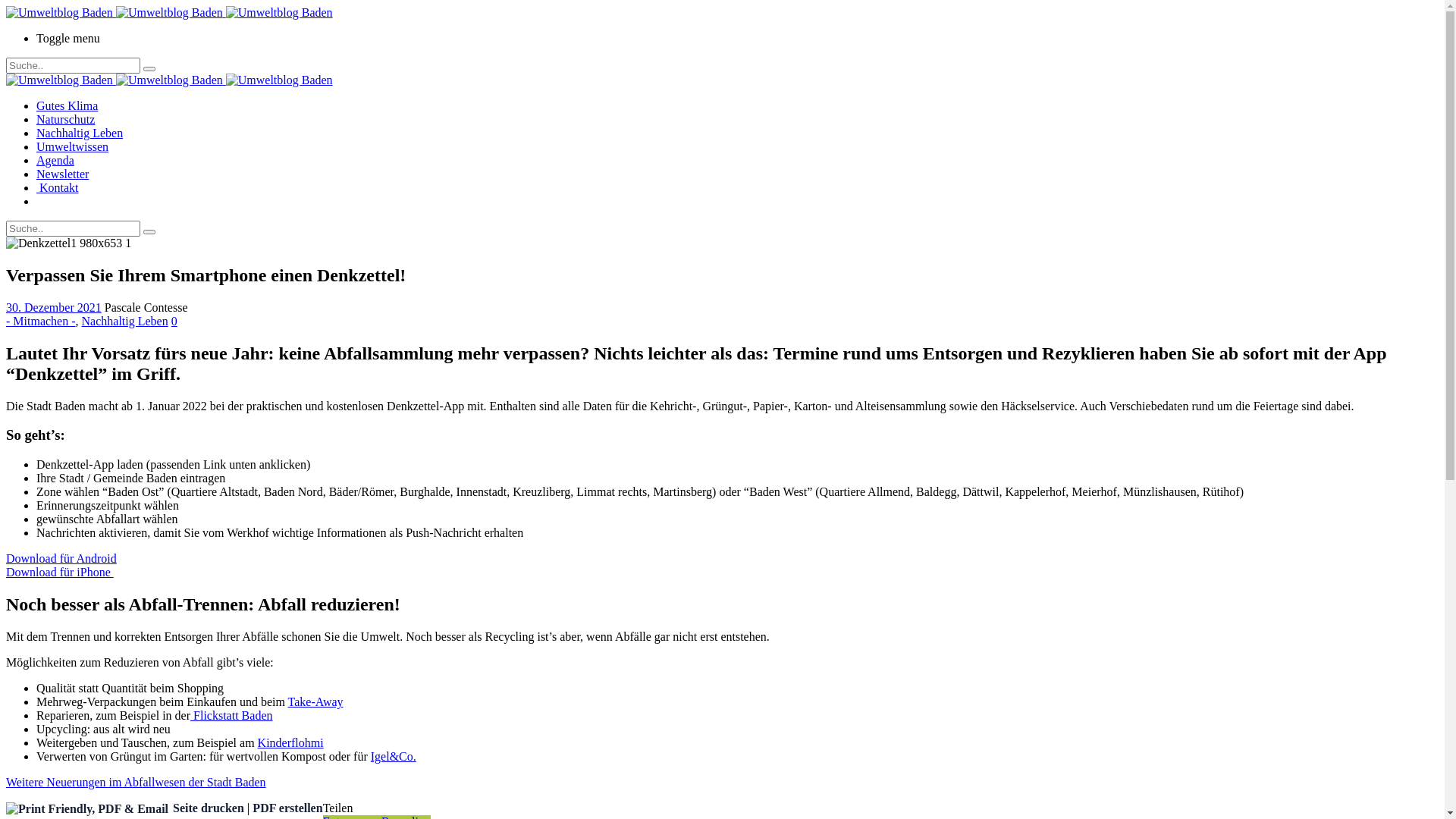 The height and width of the screenshot is (819, 1456). Describe the element at coordinates (290, 742) in the screenshot. I see `'Kinderflohmi'` at that location.